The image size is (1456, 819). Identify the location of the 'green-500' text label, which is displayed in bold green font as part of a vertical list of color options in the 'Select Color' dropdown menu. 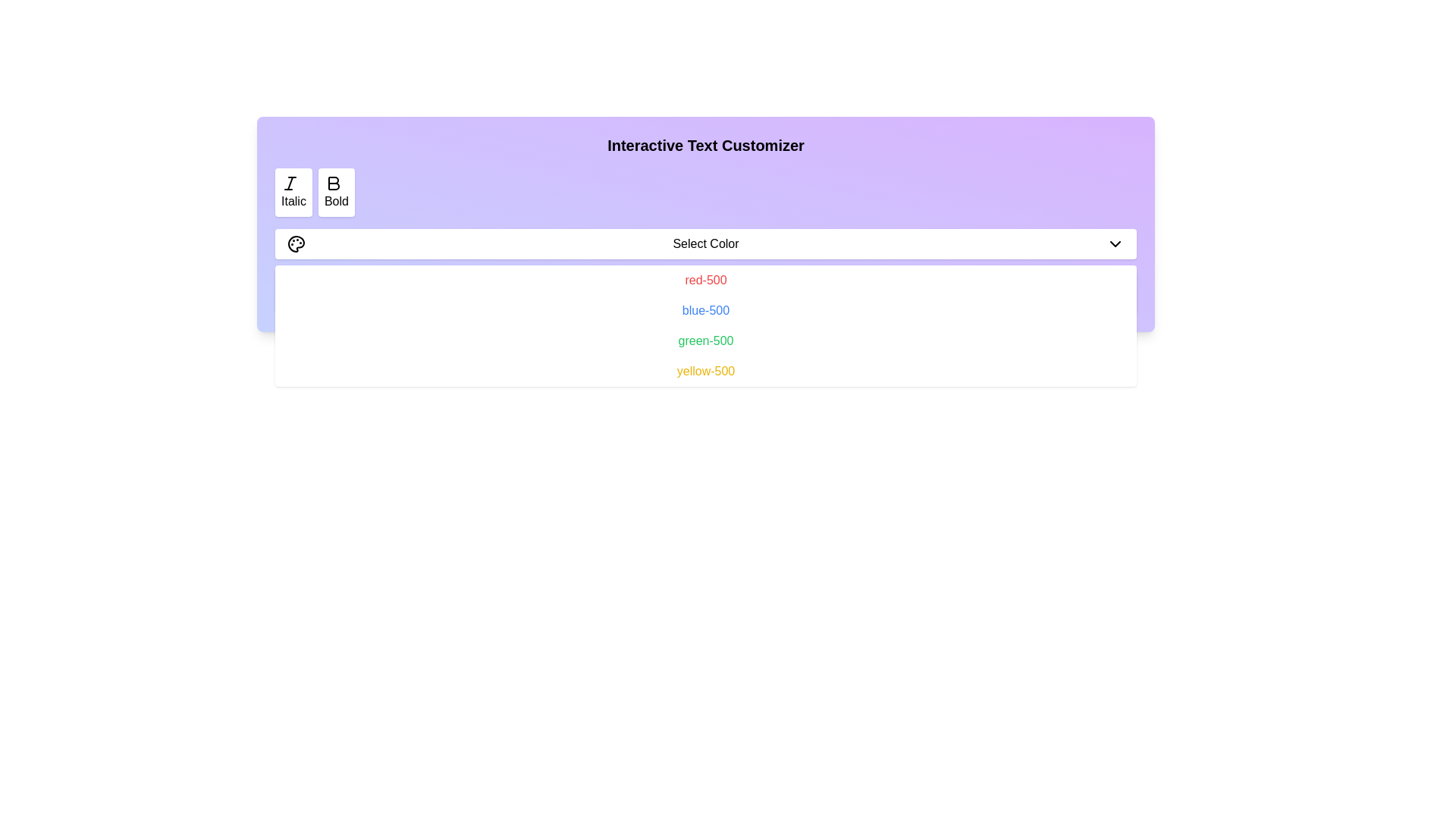
(705, 340).